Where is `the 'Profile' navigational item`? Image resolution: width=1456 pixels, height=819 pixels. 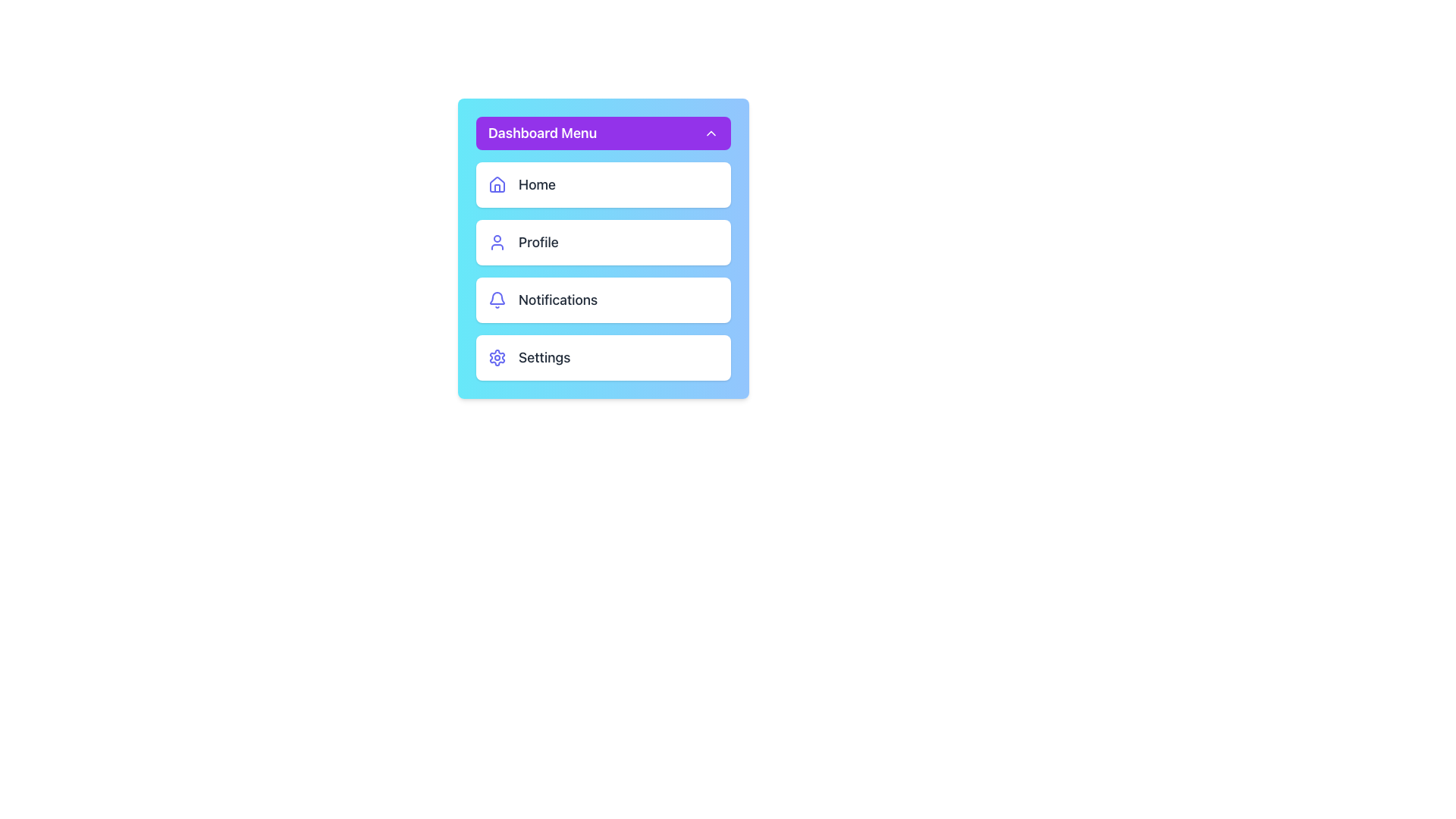 the 'Profile' navigational item is located at coordinates (603, 242).